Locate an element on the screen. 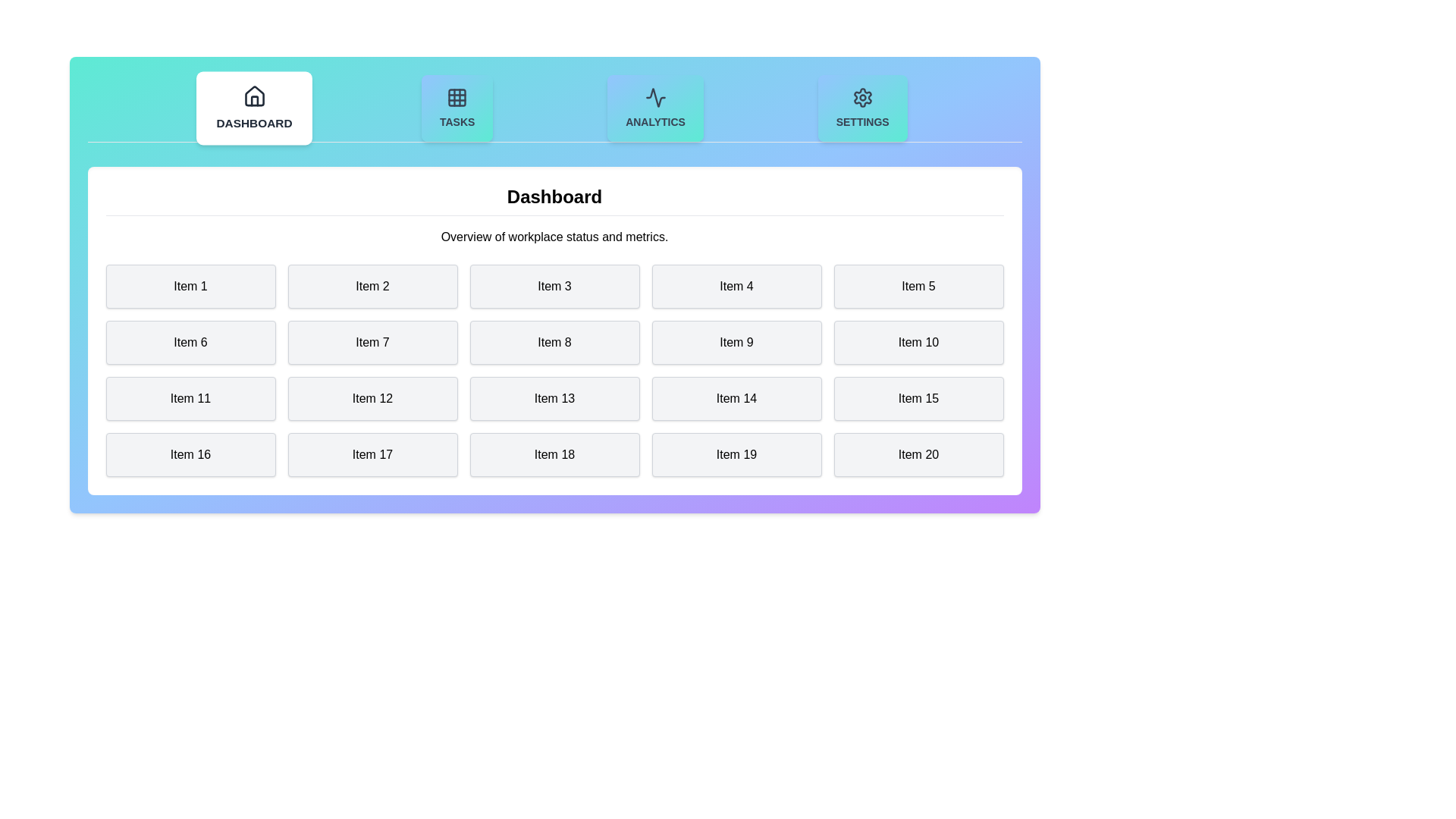 The height and width of the screenshot is (819, 1456). the Analytics tab to display its content is located at coordinates (655, 107).